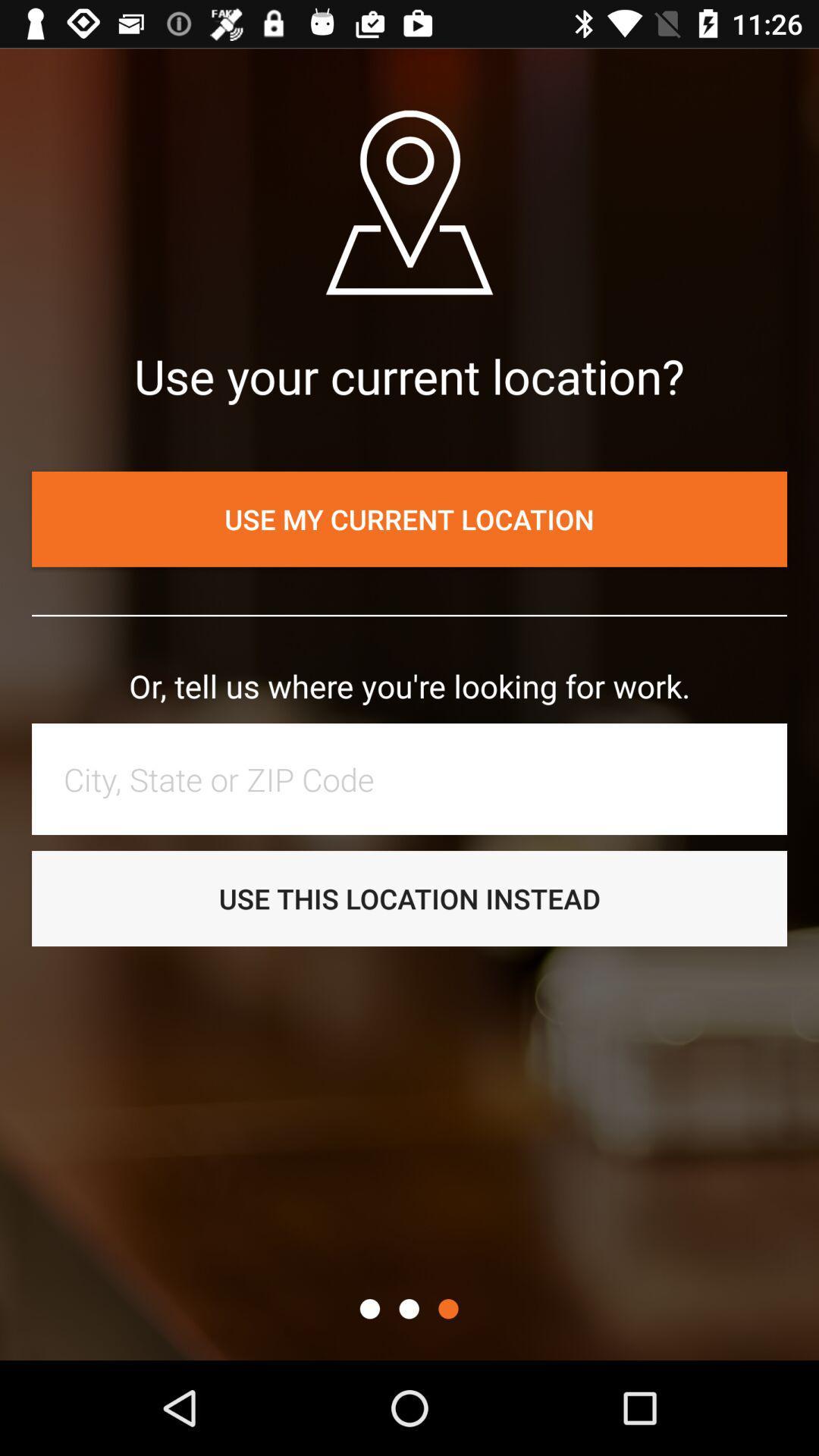 This screenshot has width=819, height=1456. I want to click on location, so click(417, 779).